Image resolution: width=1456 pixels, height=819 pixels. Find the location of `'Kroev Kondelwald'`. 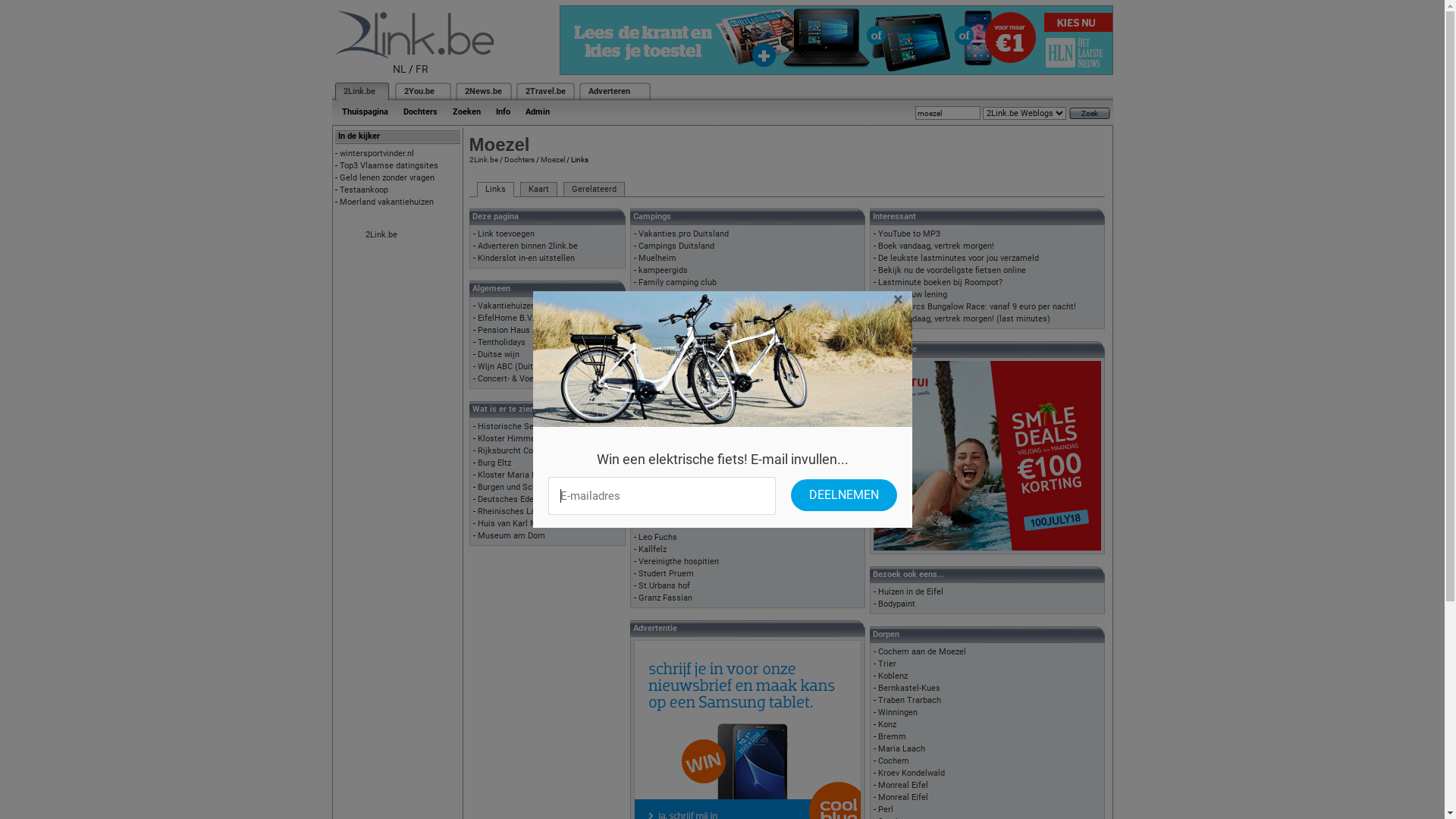

'Kroev Kondelwald' is located at coordinates (910, 773).